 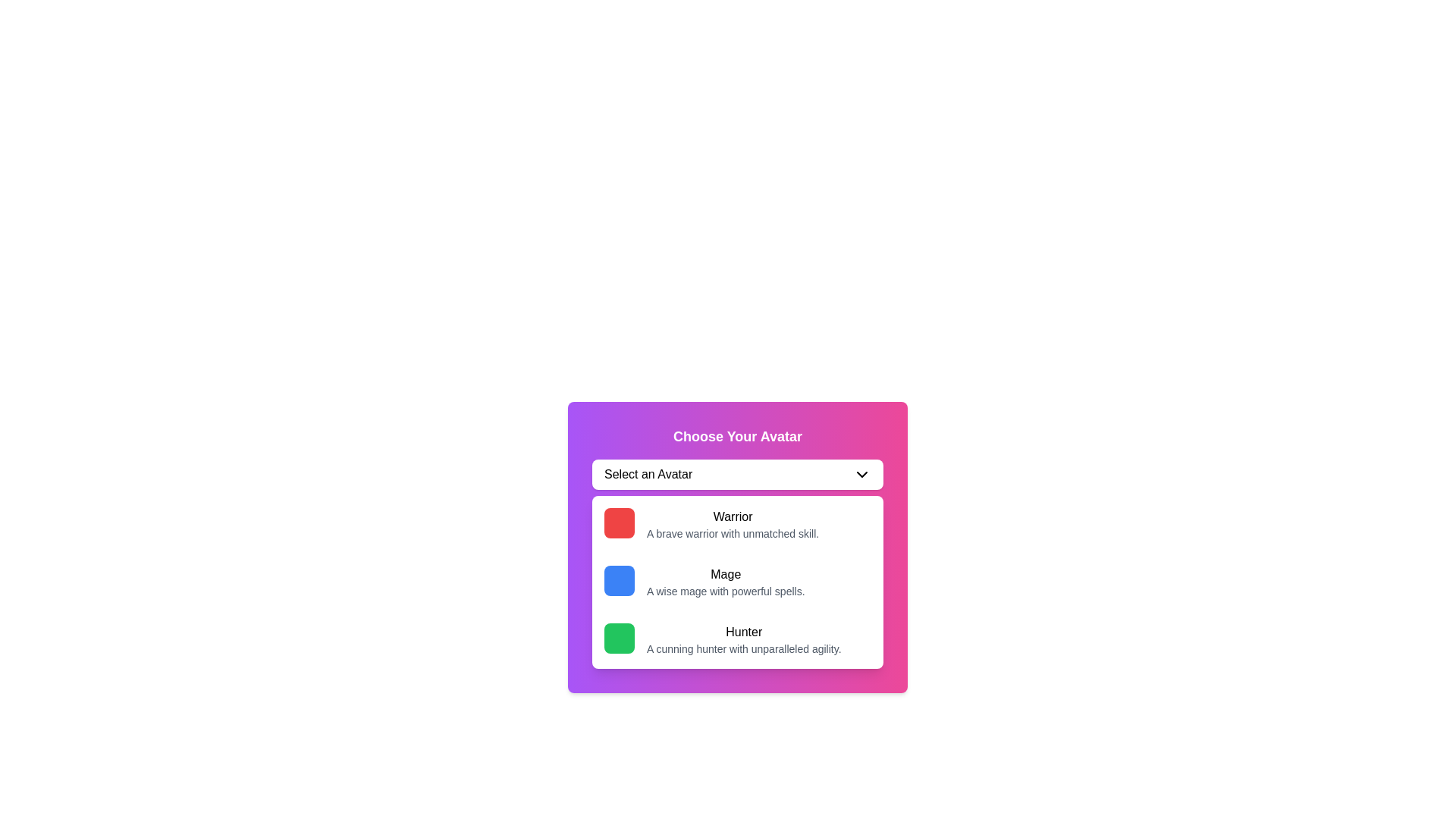 What do you see at coordinates (744, 648) in the screenshot?
I see `the descriptive text element that provides information for the 'Hunter' selection, which is positioned directly below the 'Hunter' title in the selection panel` at bounding box center [744, 648].